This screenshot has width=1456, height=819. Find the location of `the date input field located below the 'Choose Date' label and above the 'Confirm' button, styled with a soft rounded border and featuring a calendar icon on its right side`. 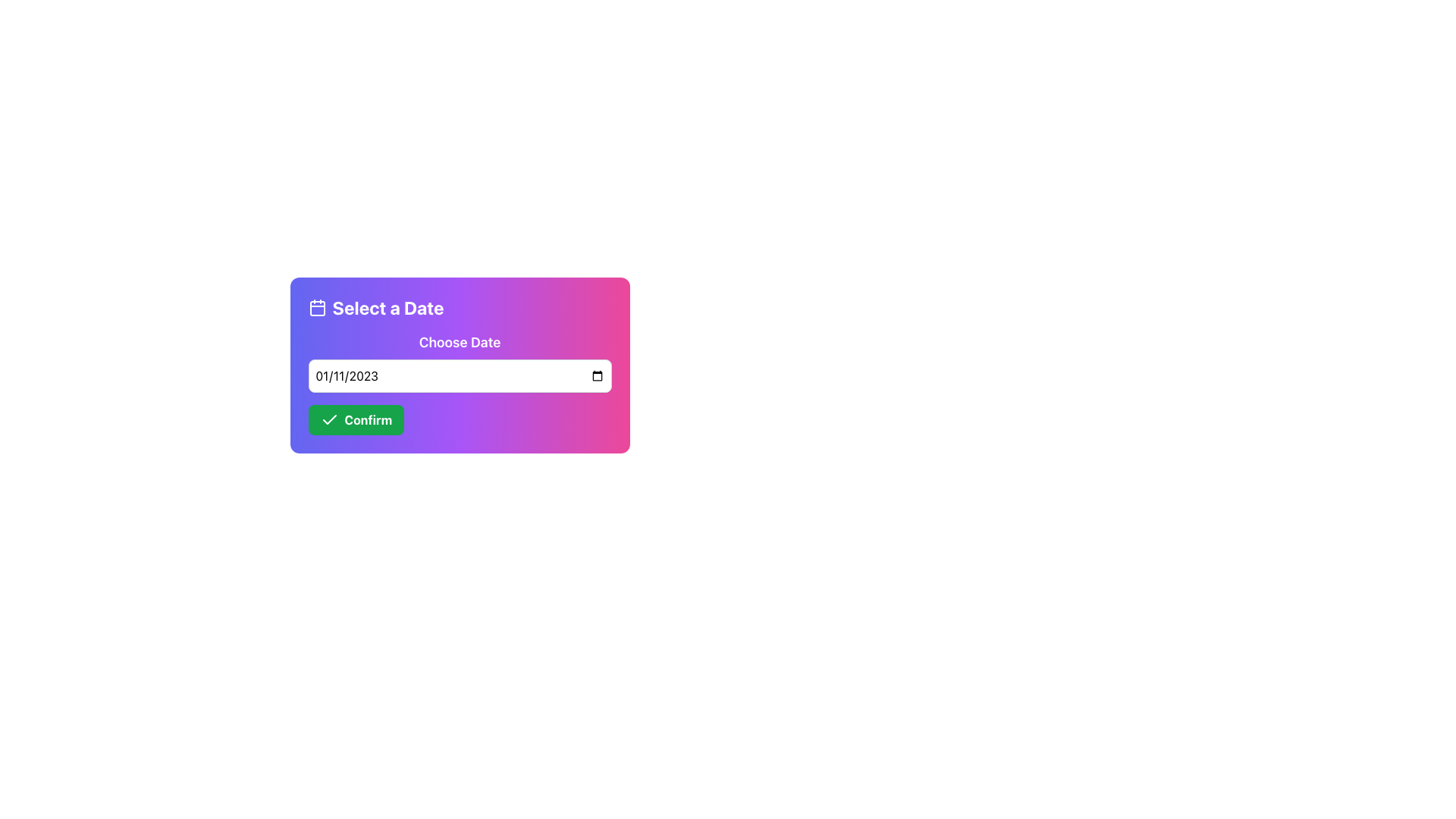

the date input field located below the 'Choose Date' label and above the 'Confirm' button, styled with a soft rounded border and featuring a calendar icon on its right side is located at coordinates (459, 375).